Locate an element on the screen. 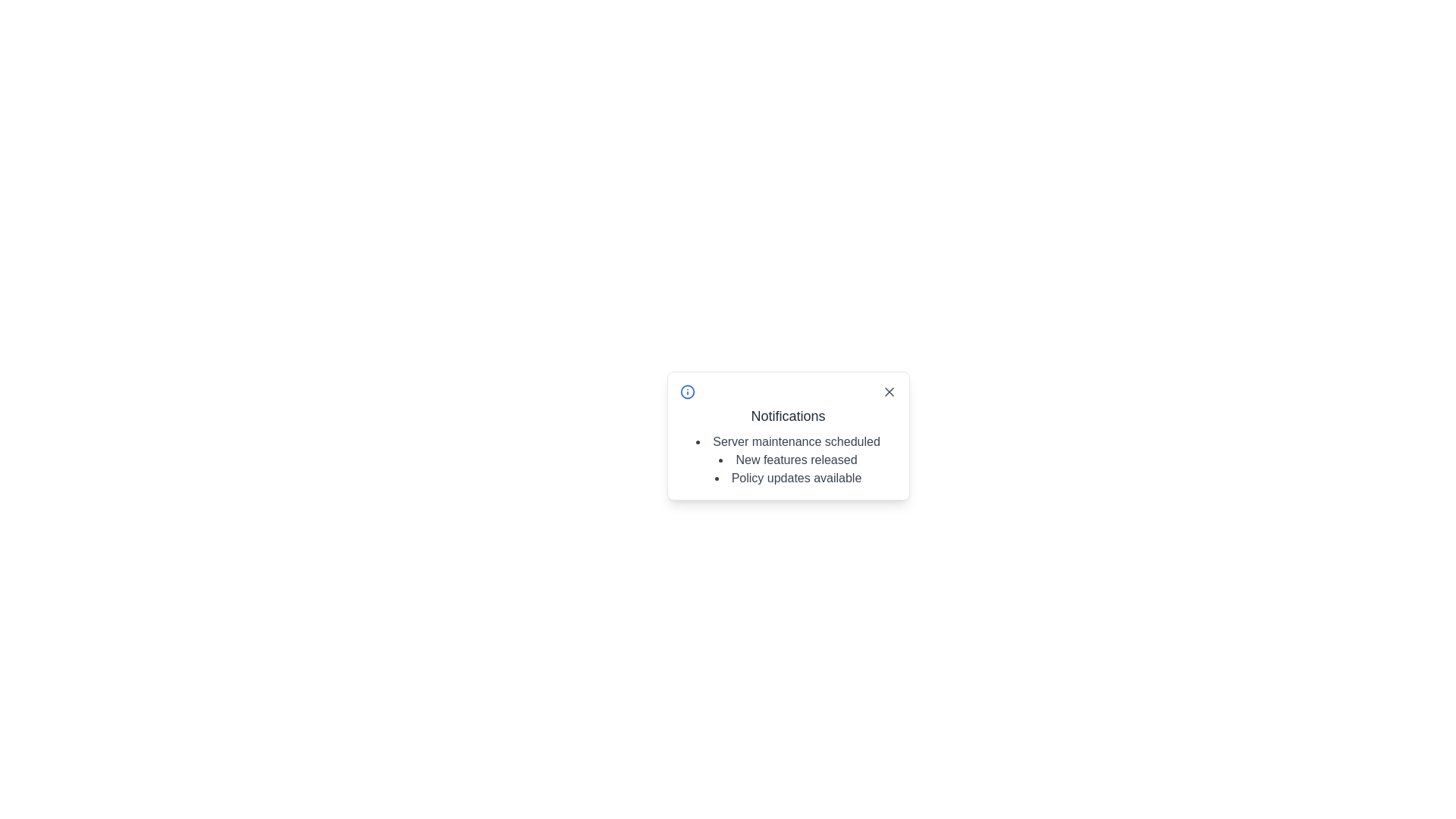  the second item in the Notifications popup panel, which states 'New features released' is located at coordinates (788, 459).